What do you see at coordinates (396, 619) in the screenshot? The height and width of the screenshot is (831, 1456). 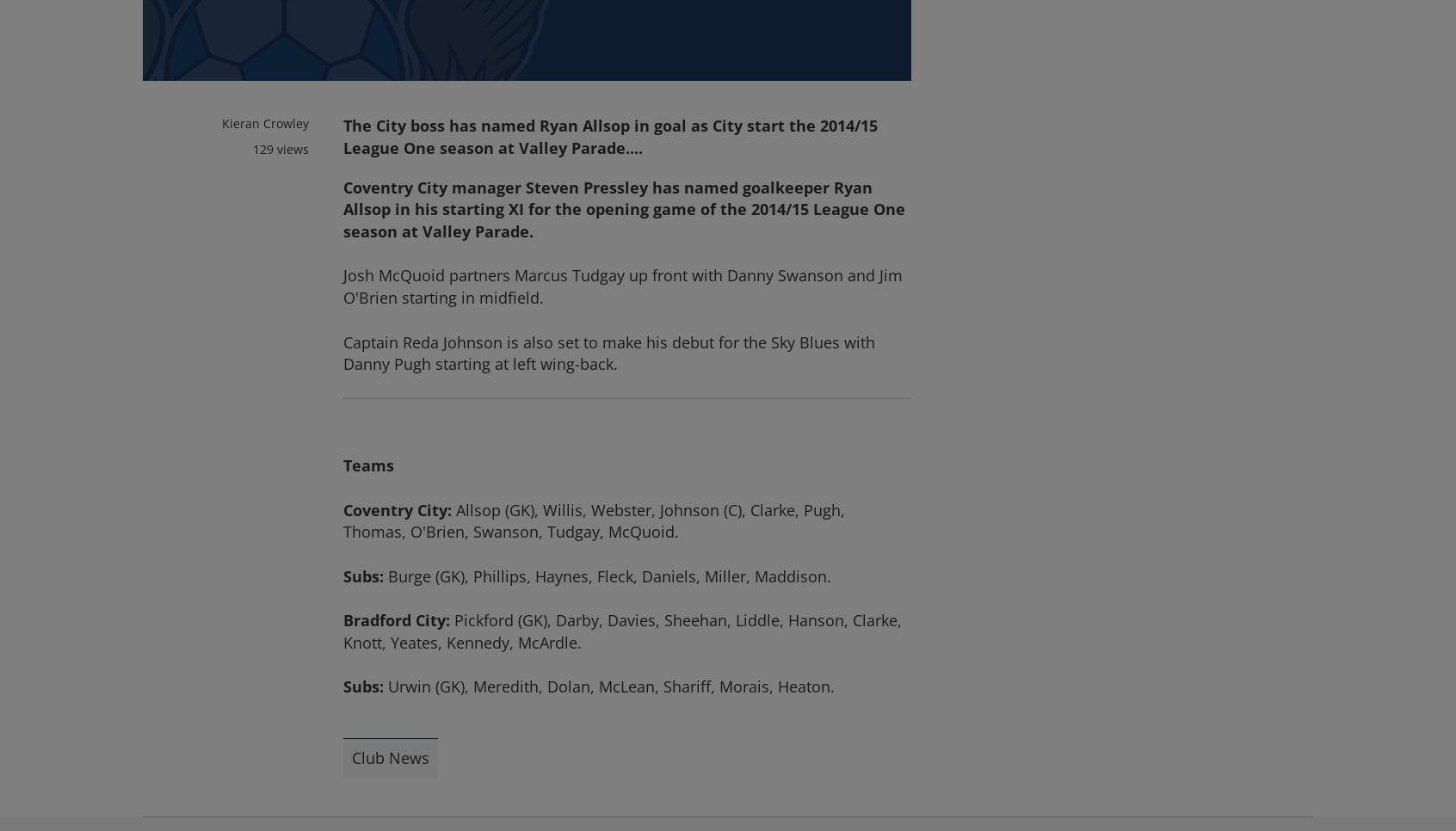 I see `'Bradford City:'` at bounding box center [396, 619].